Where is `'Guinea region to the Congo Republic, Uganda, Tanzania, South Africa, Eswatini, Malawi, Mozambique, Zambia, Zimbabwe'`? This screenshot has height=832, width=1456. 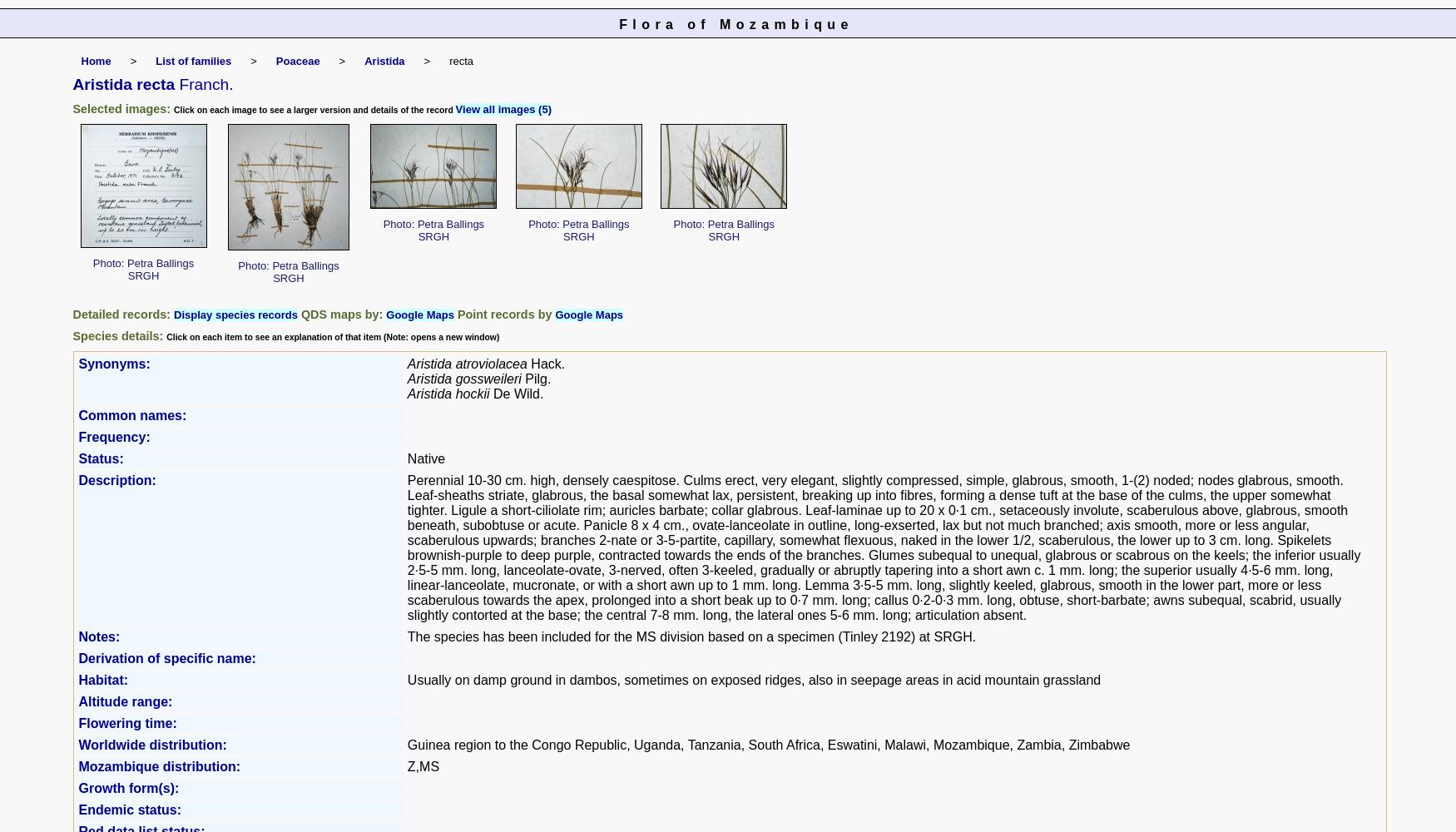 'Guinea region to the Congo Republic, Uganda, Tanzania, South Africa, Eswatini, Malawi, Mozambique, Zambia, Zimbabwe' is located at coordinates (767, 745).